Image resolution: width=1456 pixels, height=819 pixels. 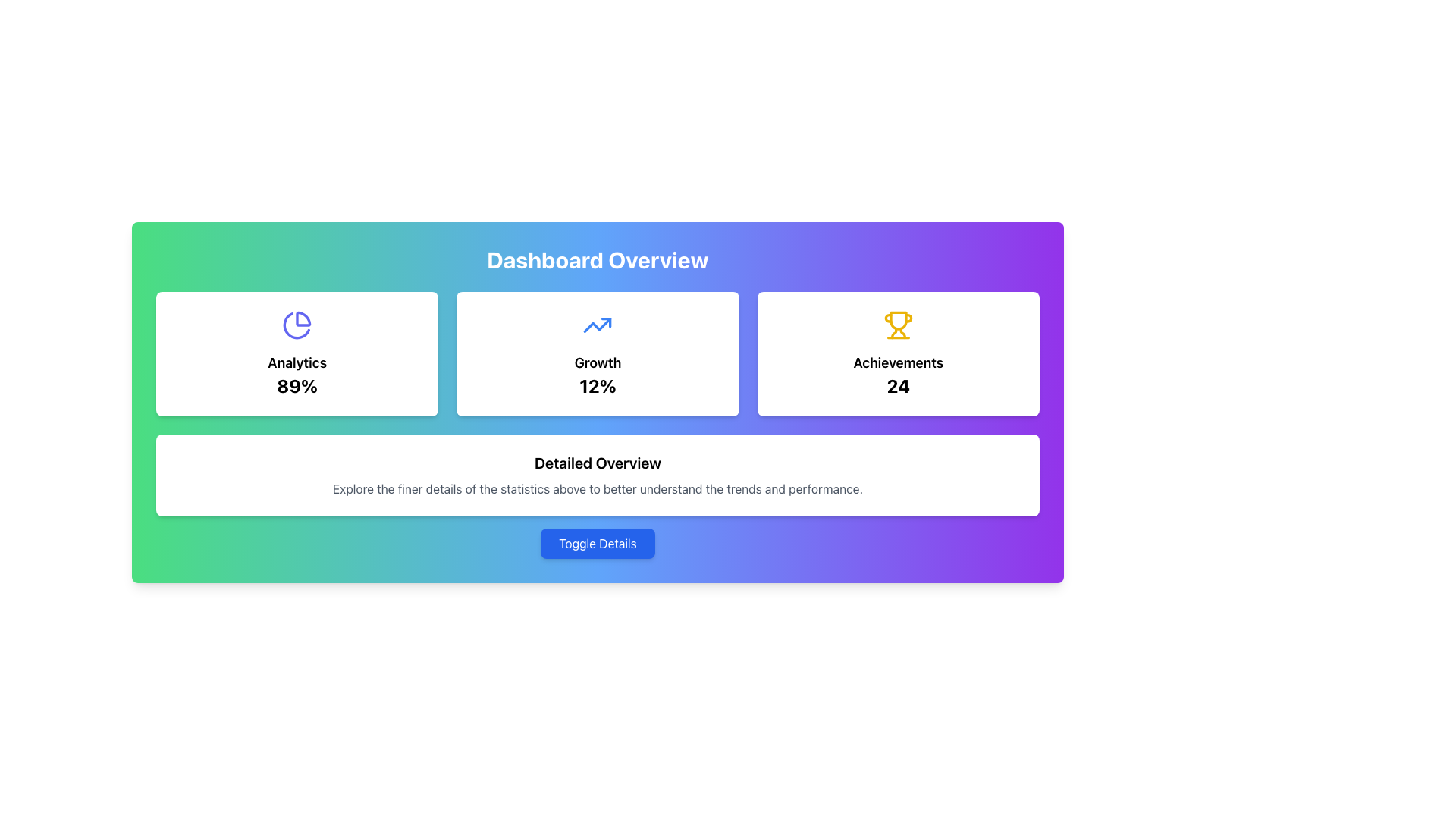 I want to click on the blue upward-sloping line chart icon with an arrow, located in the second card labeled 'Growth' with '12%' below it, so click(x=597, y=324).